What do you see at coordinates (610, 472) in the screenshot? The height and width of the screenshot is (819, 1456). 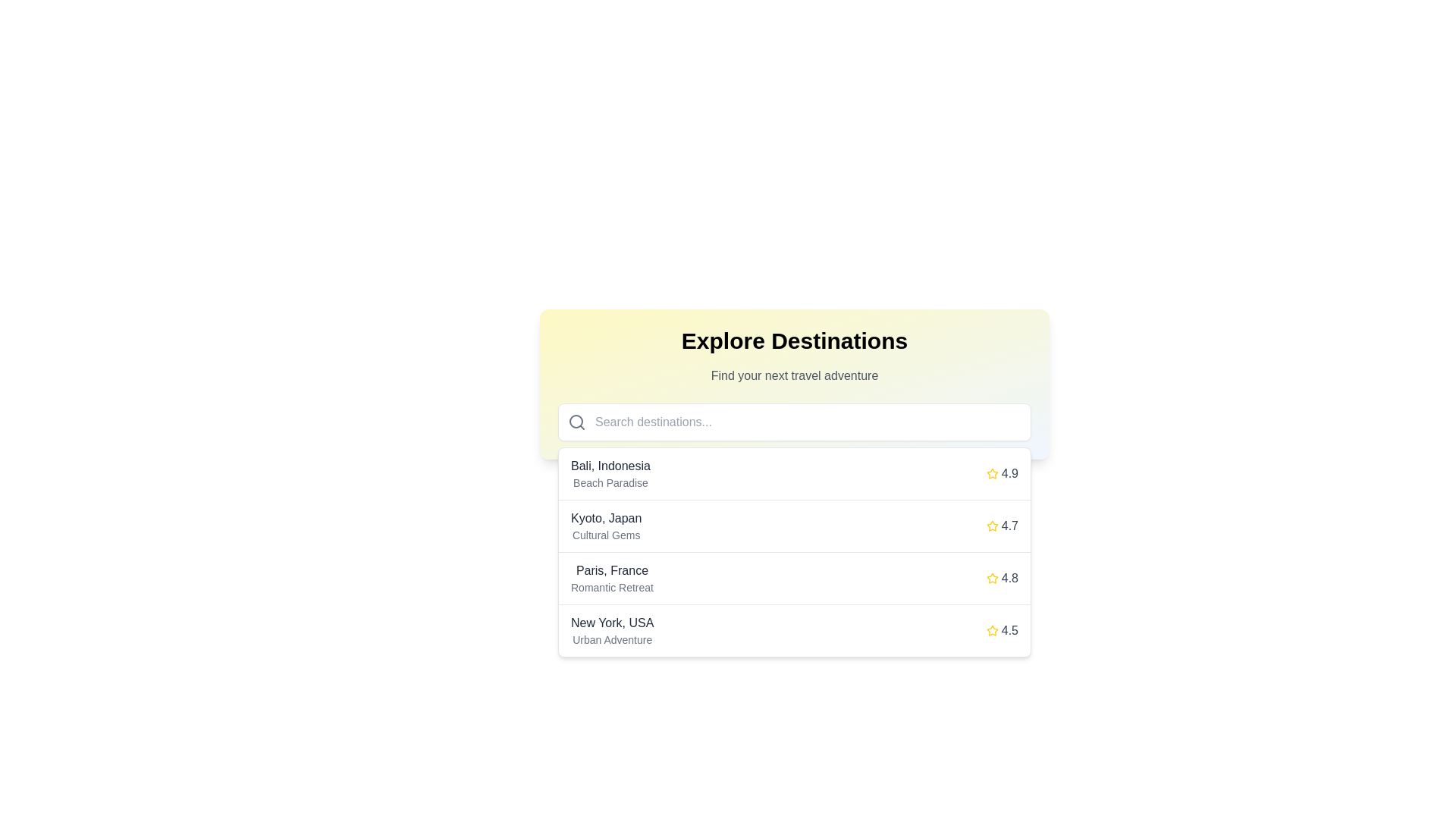 I see `information displayed in the first entry of the 'Explore Destinations' list, which includes the title and subtitle of a travel destination` at bounding box center [610, 472].